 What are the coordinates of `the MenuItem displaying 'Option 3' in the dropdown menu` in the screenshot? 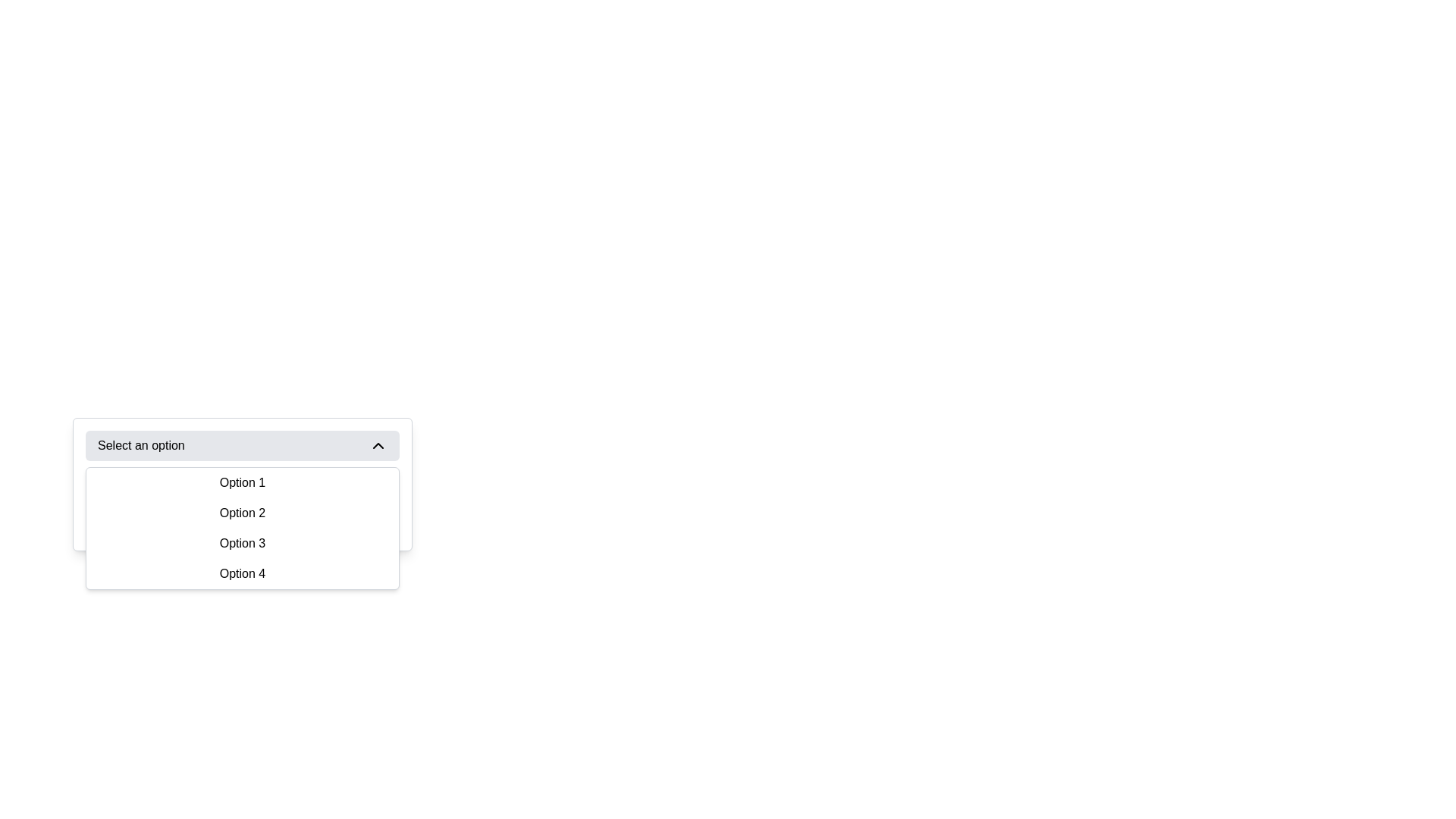 It's located at (243, 543).